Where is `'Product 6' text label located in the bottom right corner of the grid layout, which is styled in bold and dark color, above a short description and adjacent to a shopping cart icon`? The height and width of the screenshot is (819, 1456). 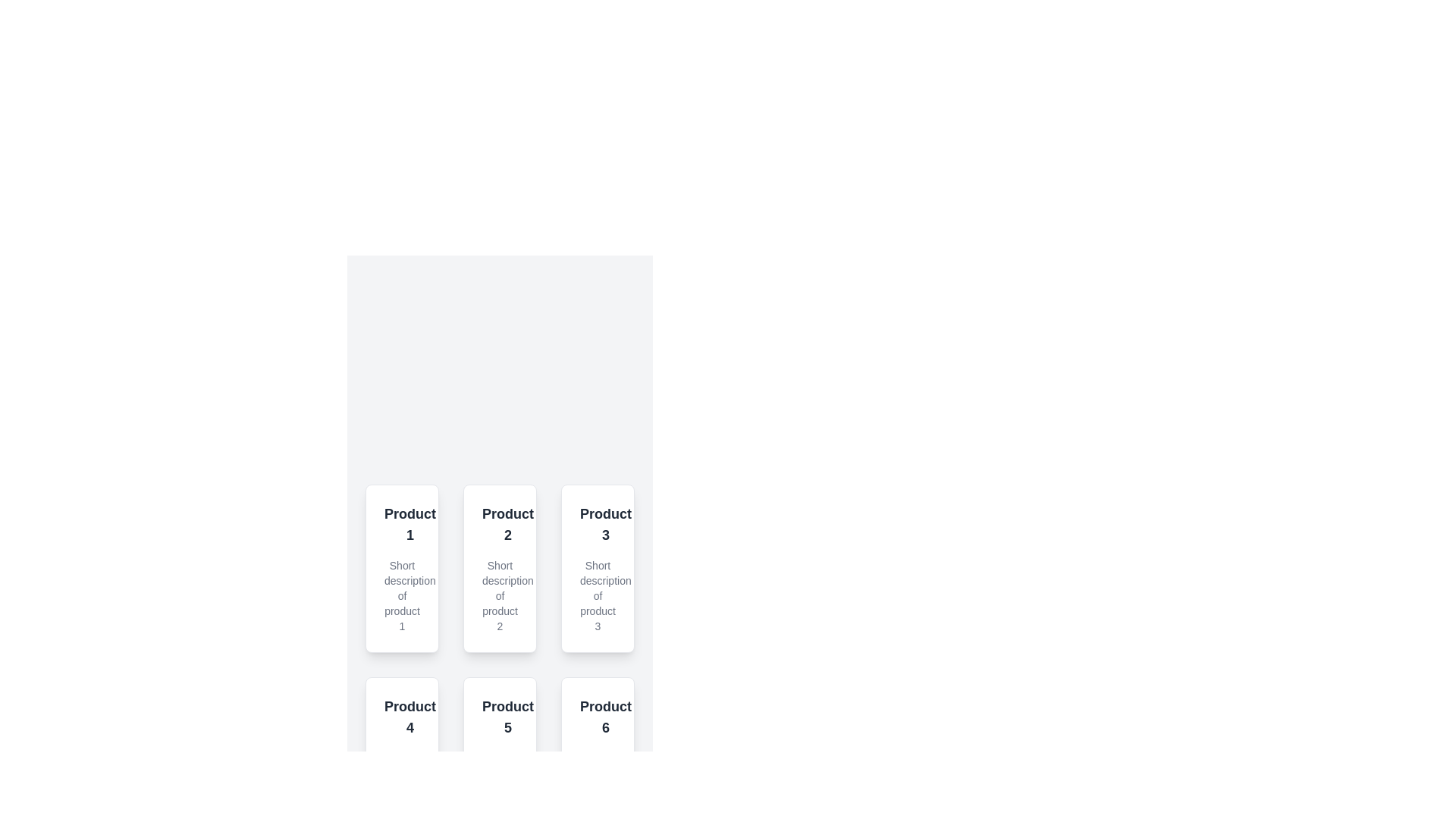 'Product 6' text label located in the bottom right corner of the grid layout, which is styled in bold and dark color, above a short description and adjacent to a shopping cart icon is located at coordinates (597, 717).